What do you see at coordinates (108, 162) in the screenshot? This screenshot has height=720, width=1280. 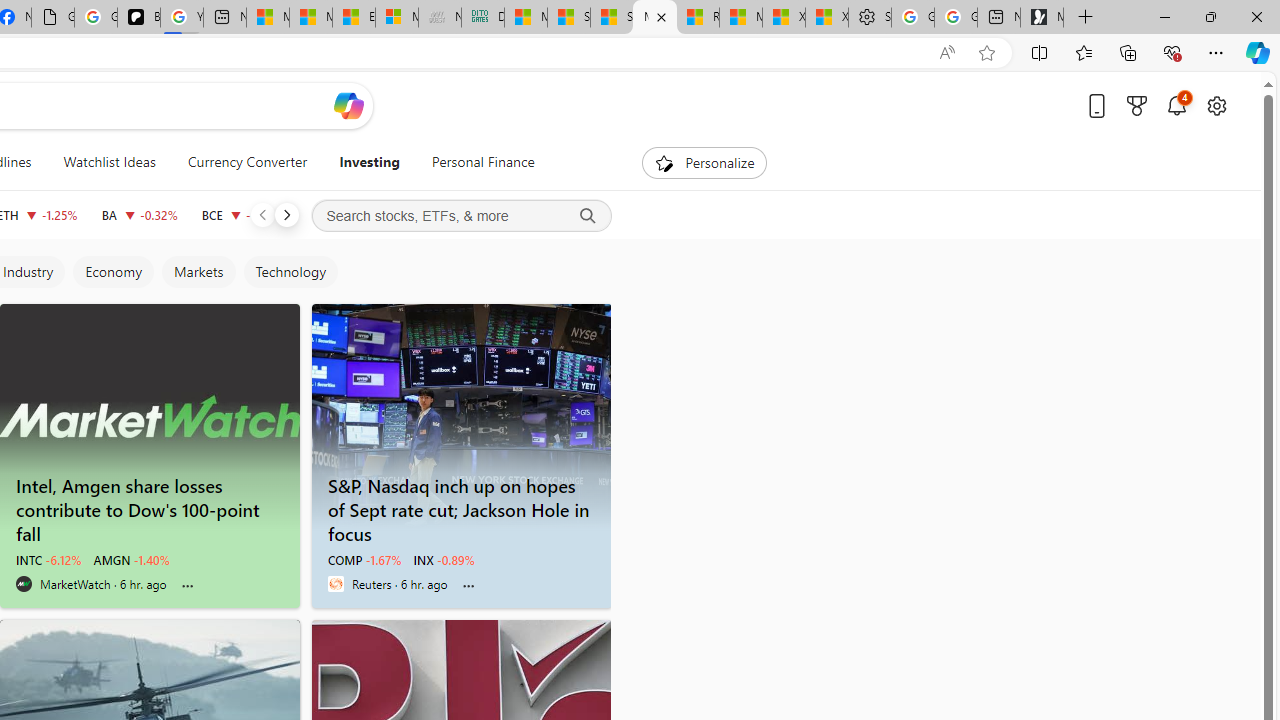 I see `'Watchlist Ideas'` at bounding box center [108, 162].